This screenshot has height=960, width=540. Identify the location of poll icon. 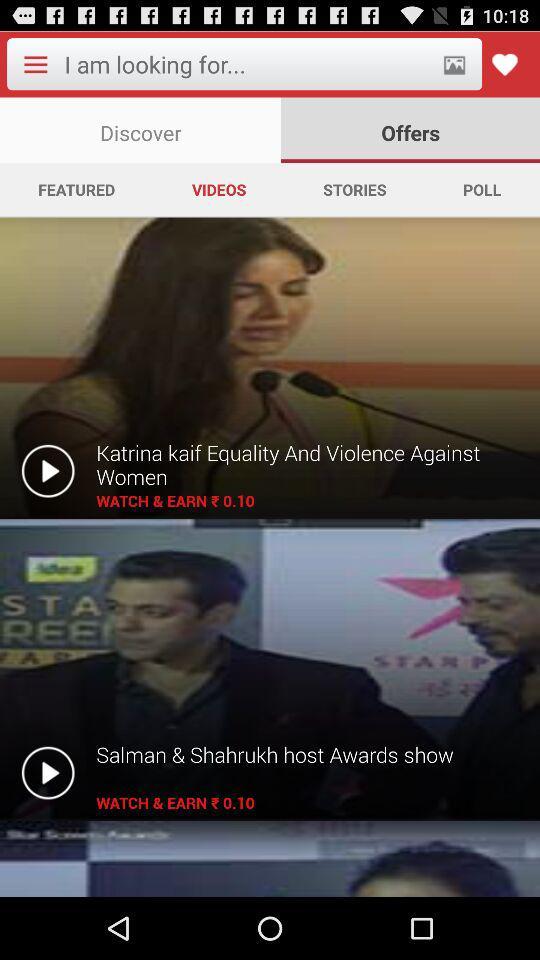
(481, 189).